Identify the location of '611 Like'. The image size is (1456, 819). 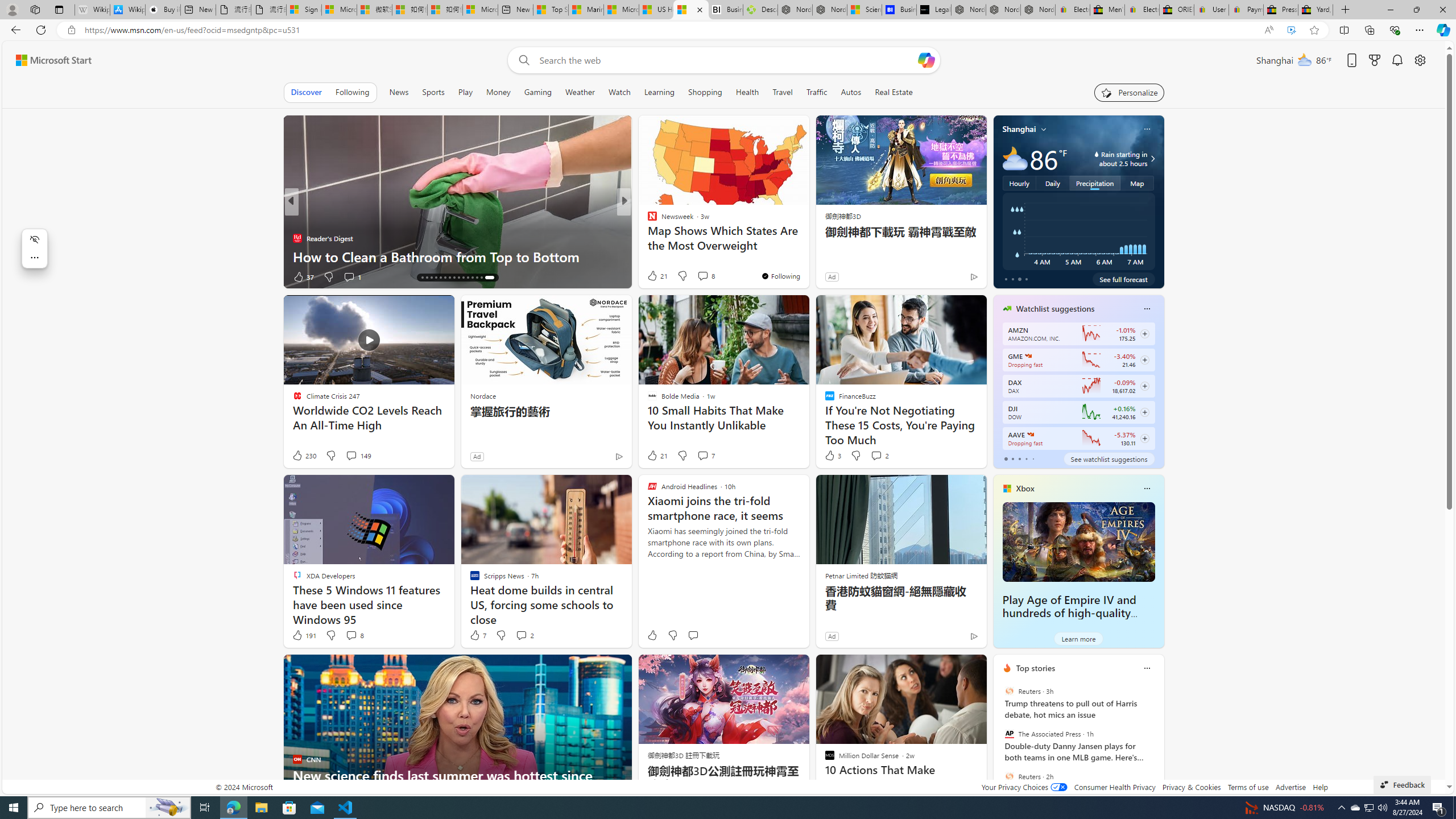
(655, 276).